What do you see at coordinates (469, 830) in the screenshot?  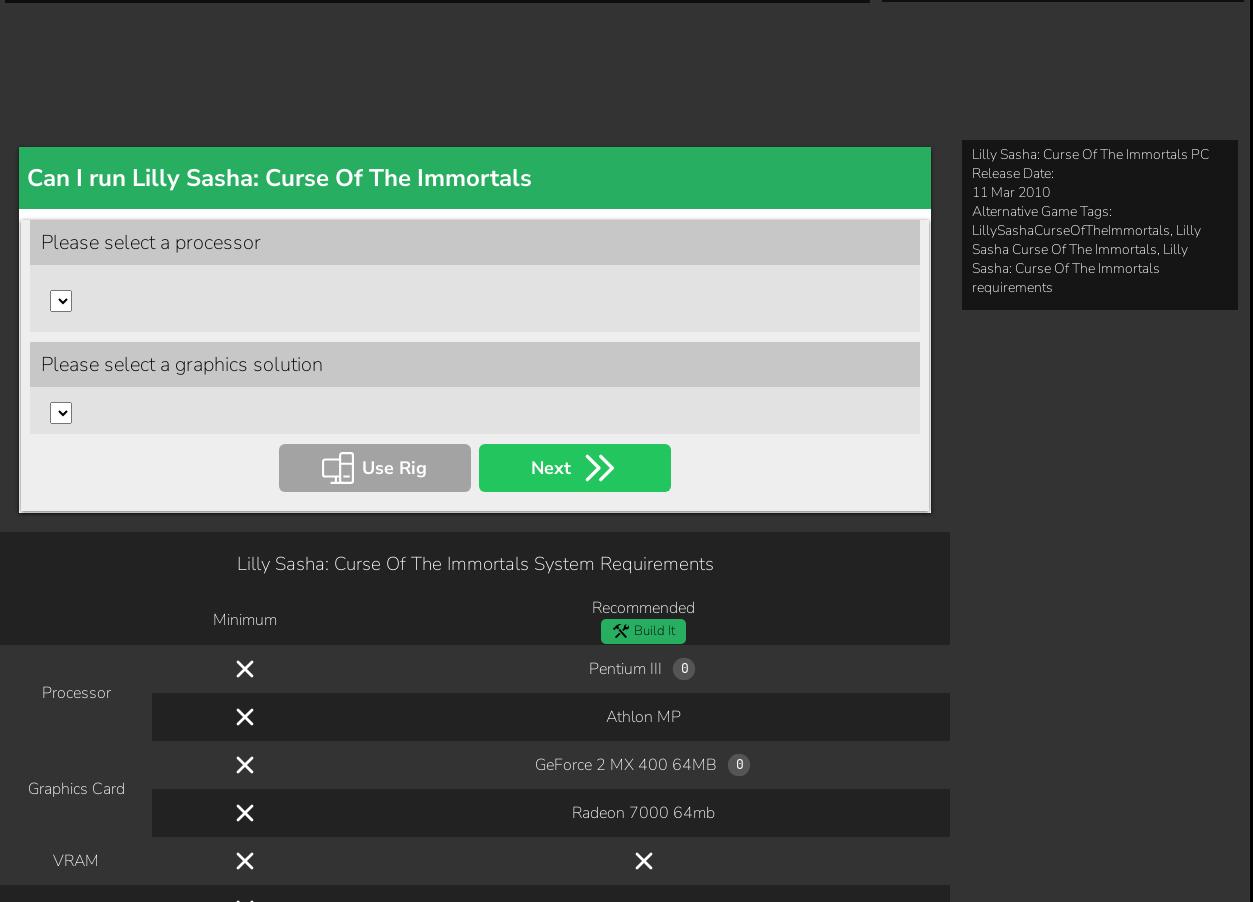 I see `'Login'` at bounding box center [469, 830].